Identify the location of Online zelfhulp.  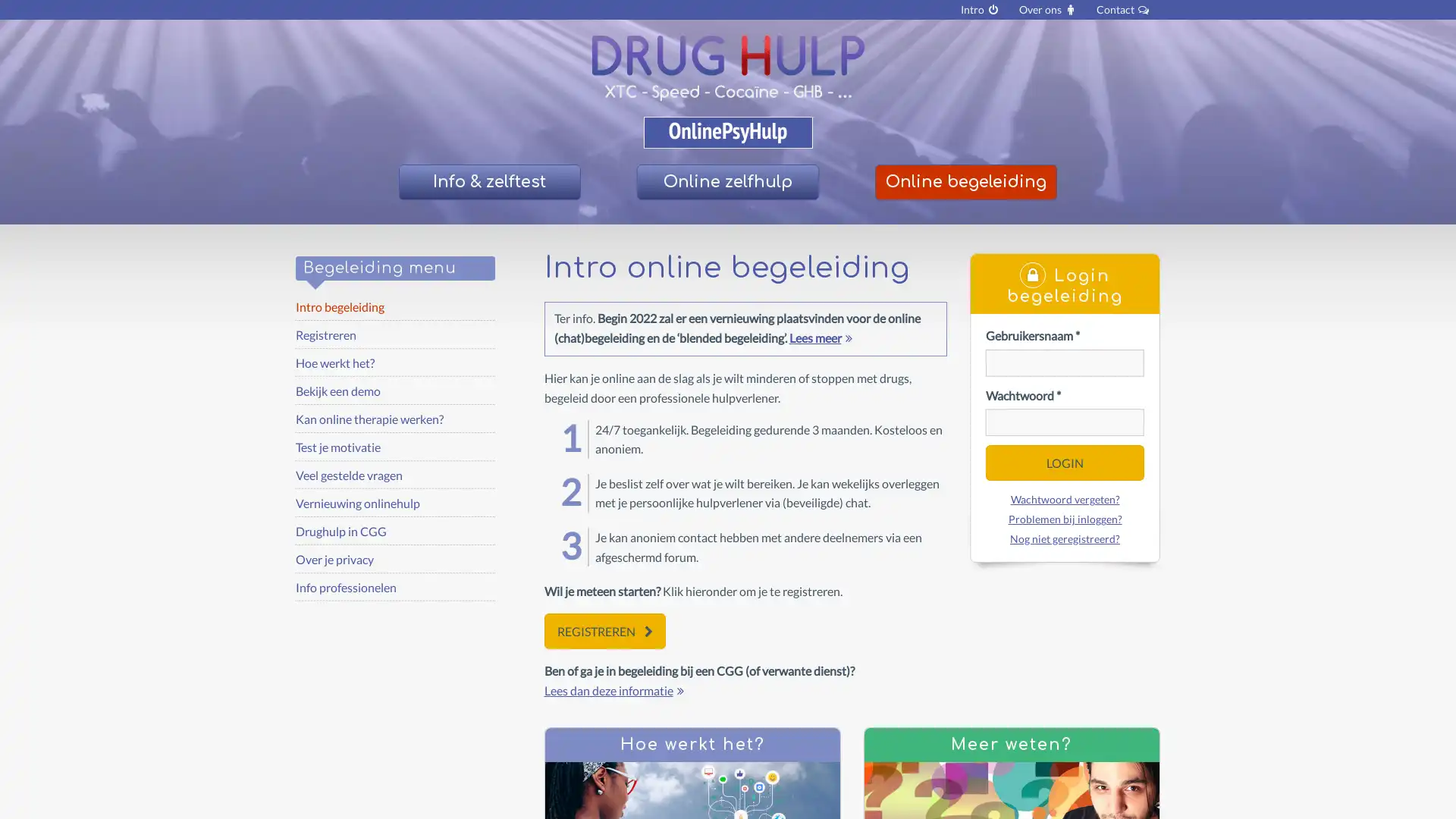
(726, 180).